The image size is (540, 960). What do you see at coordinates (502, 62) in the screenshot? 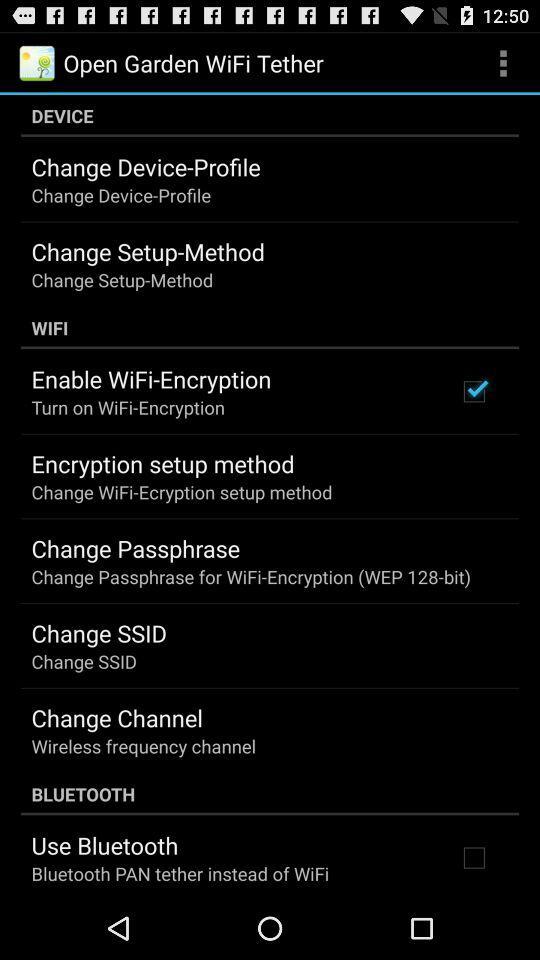
I see `the icon above the device` at bounding box center [502, 62].